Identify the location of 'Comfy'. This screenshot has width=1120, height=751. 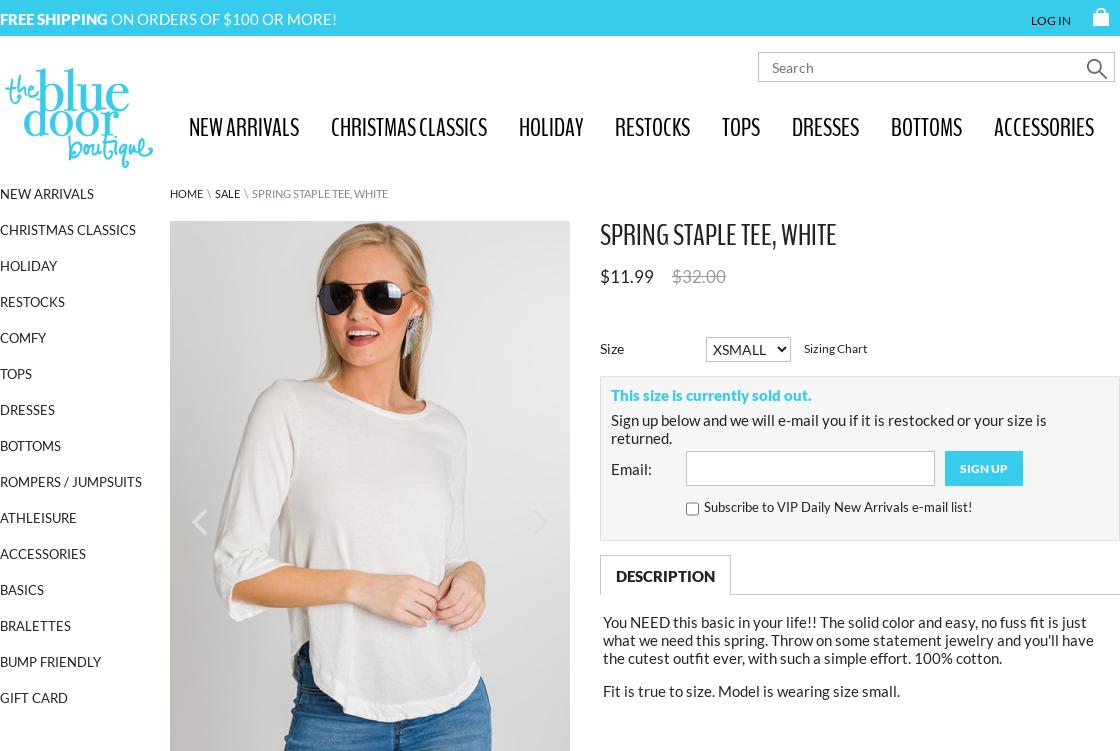
(22, 338).